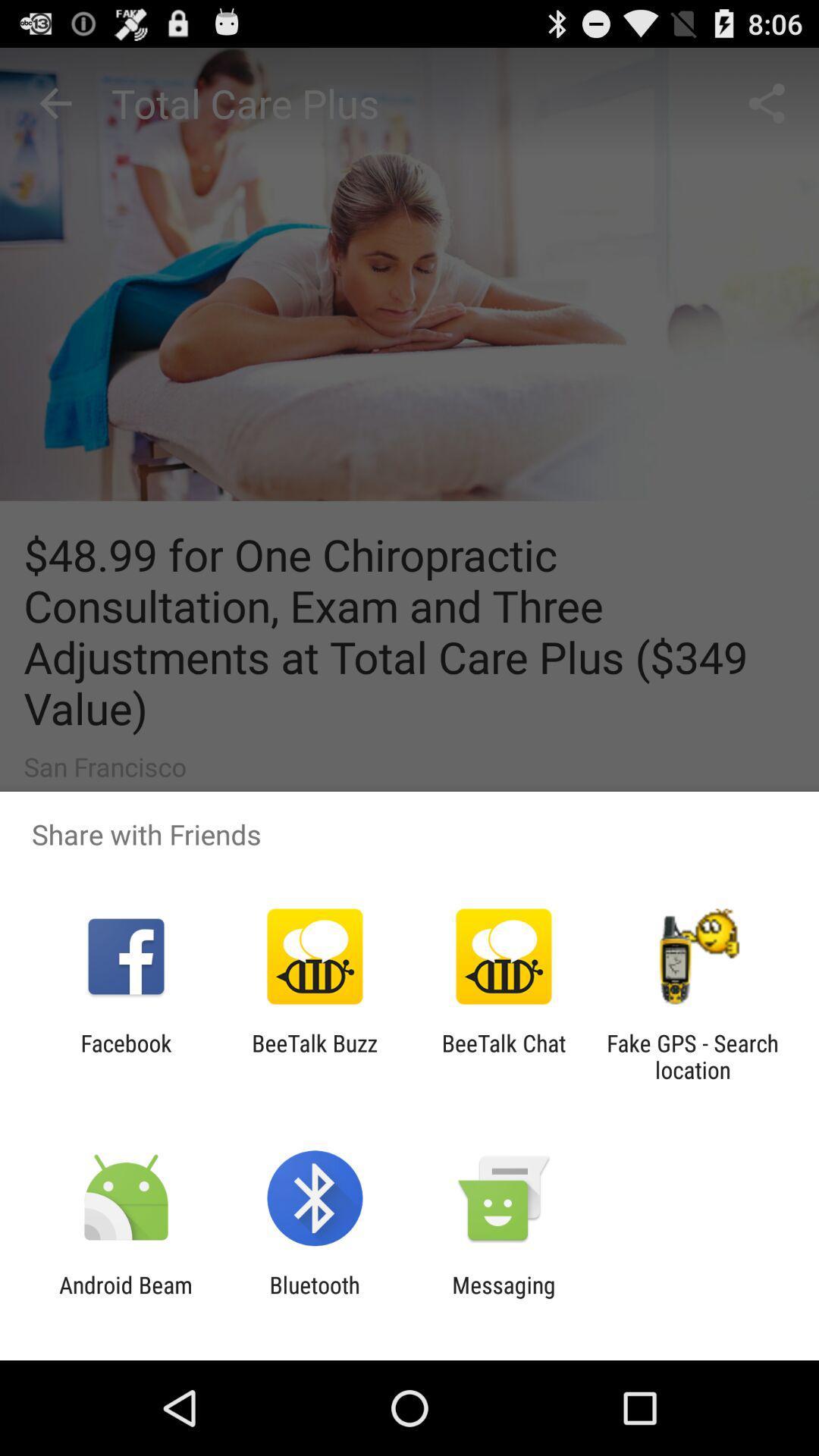 The image size is (819, 1456). What do you see at coordinates (314, 1298) in the screenshot?
I see `the app next to messaging app` at bounding box center [314, 1298].